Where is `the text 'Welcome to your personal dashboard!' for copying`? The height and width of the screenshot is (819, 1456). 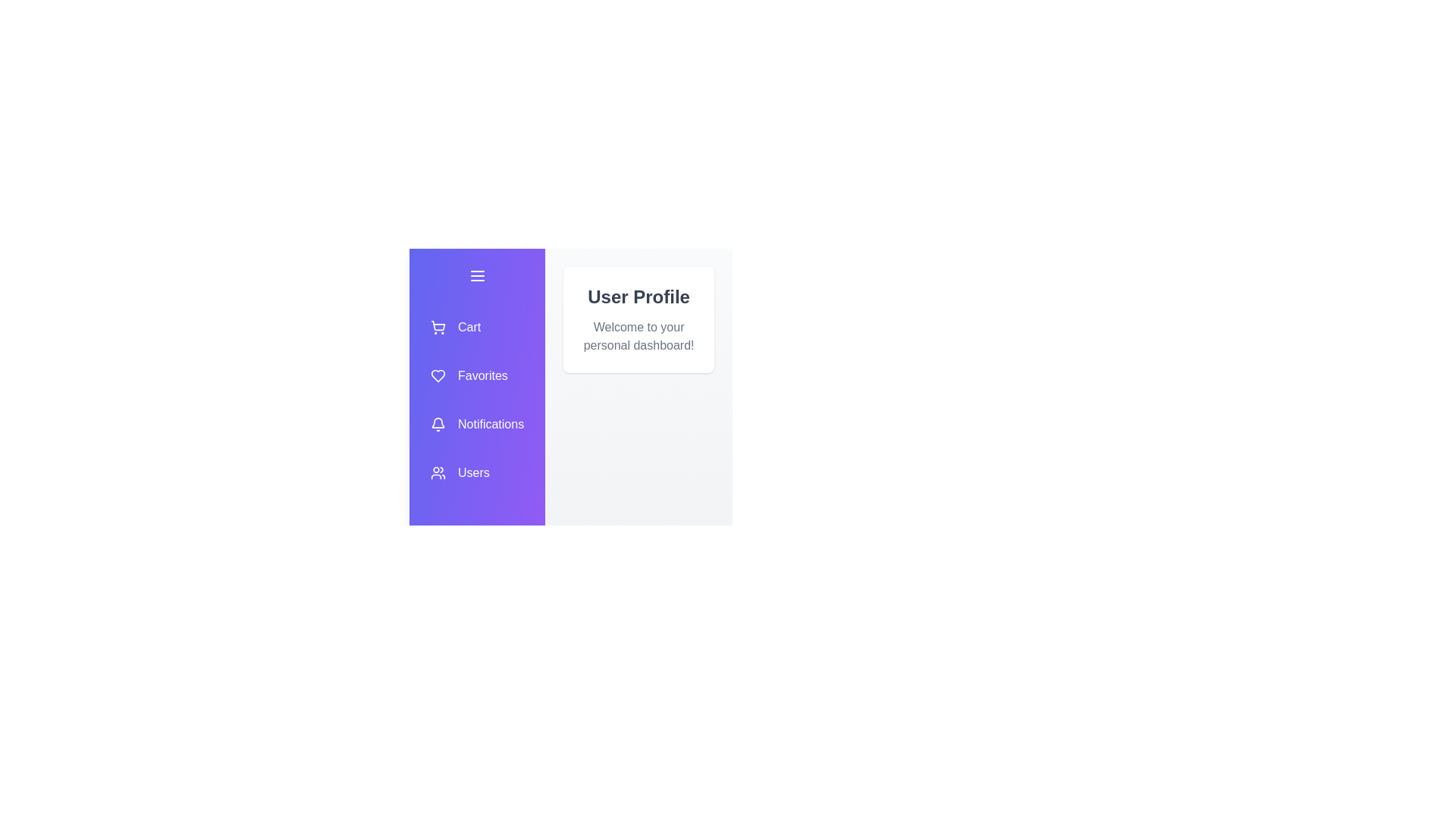
the text 'Welcome to your personal dashboard!' for copying is located at coordinates (581, 318).